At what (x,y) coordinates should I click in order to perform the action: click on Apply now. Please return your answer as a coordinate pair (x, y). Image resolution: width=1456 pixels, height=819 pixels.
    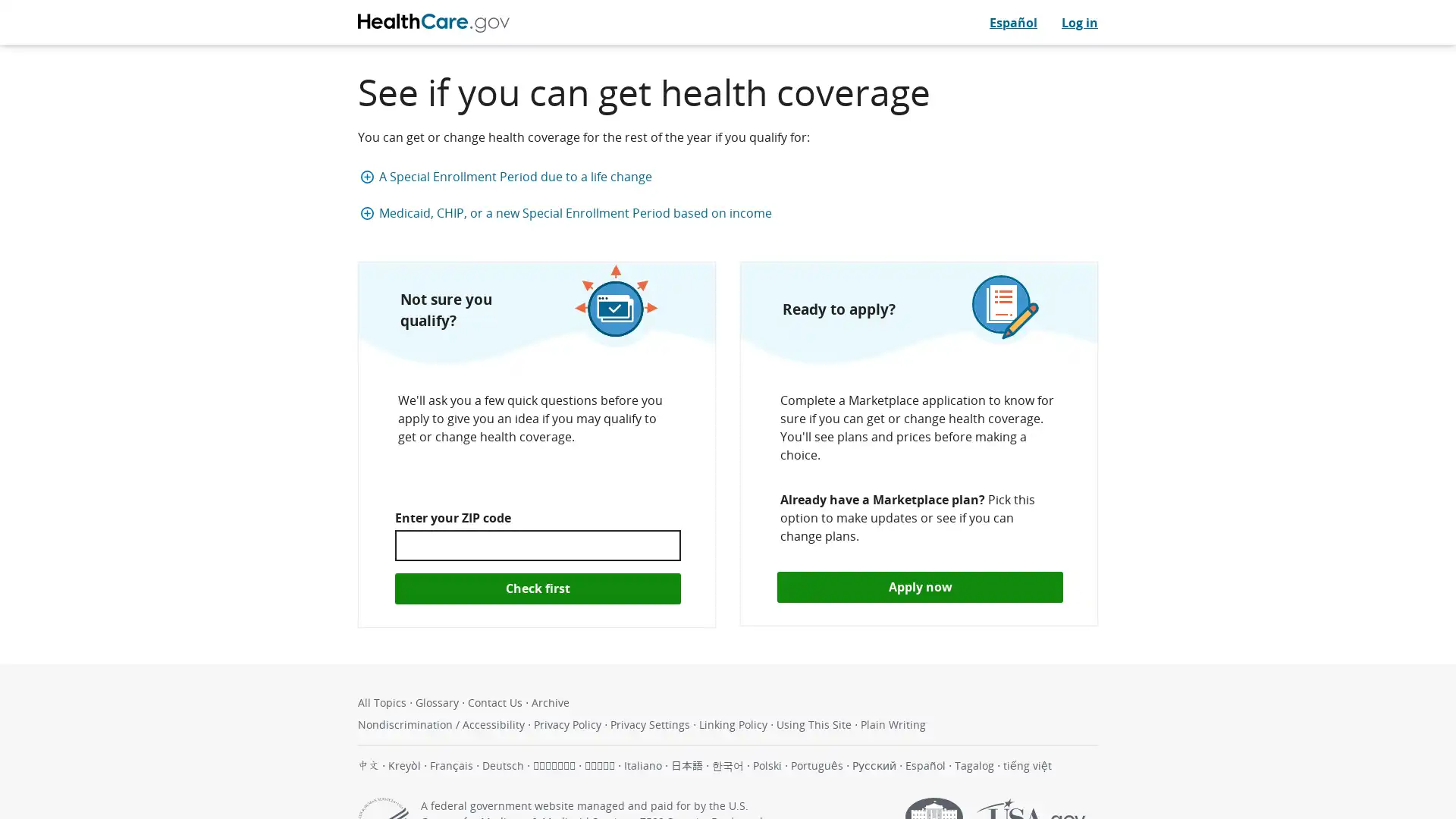
    Looking at the image, I should click on (919, 586).